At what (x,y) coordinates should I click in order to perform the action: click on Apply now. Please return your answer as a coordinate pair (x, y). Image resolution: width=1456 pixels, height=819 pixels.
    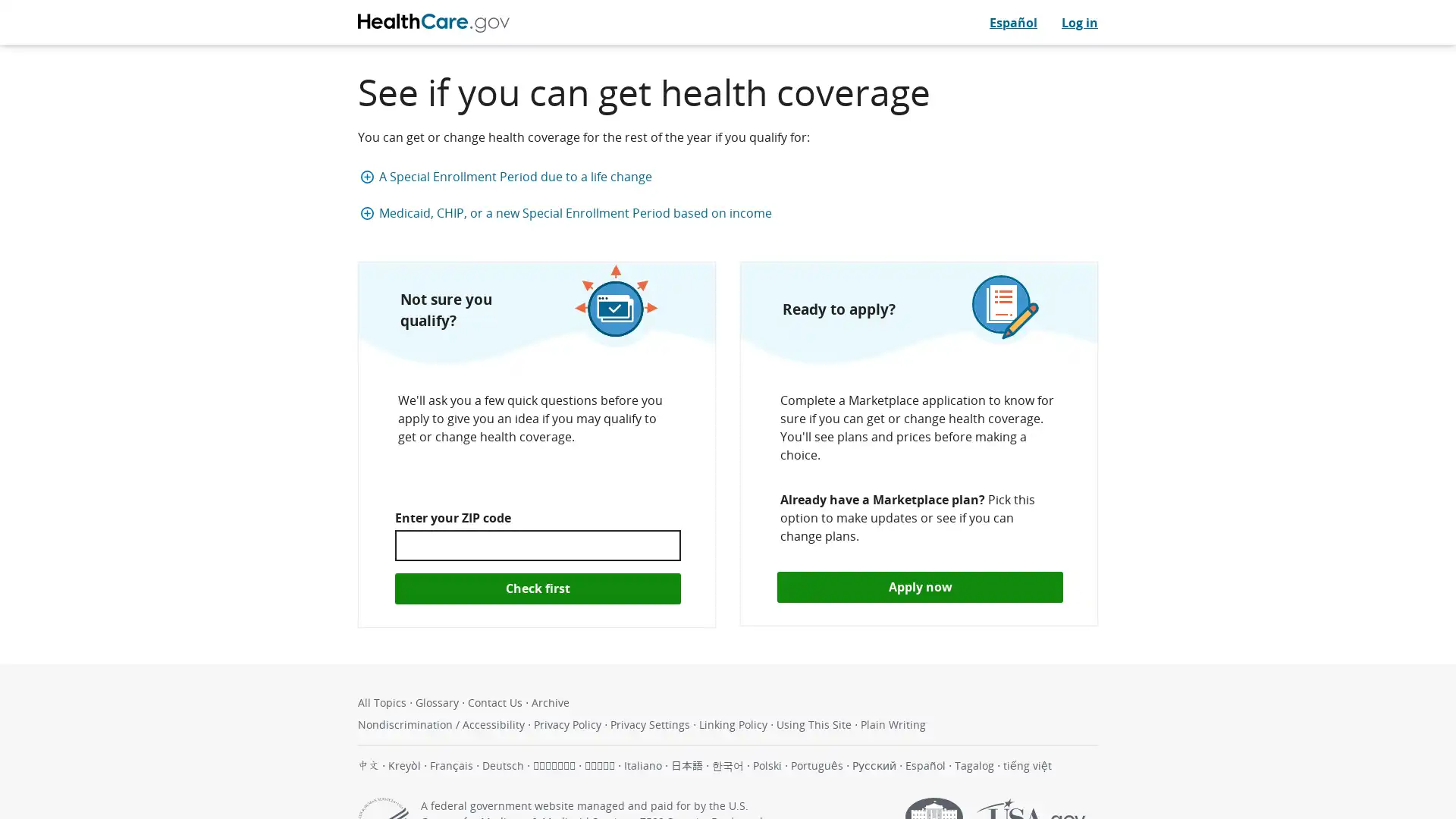
    Looking at the image, I should click on (919, 586).